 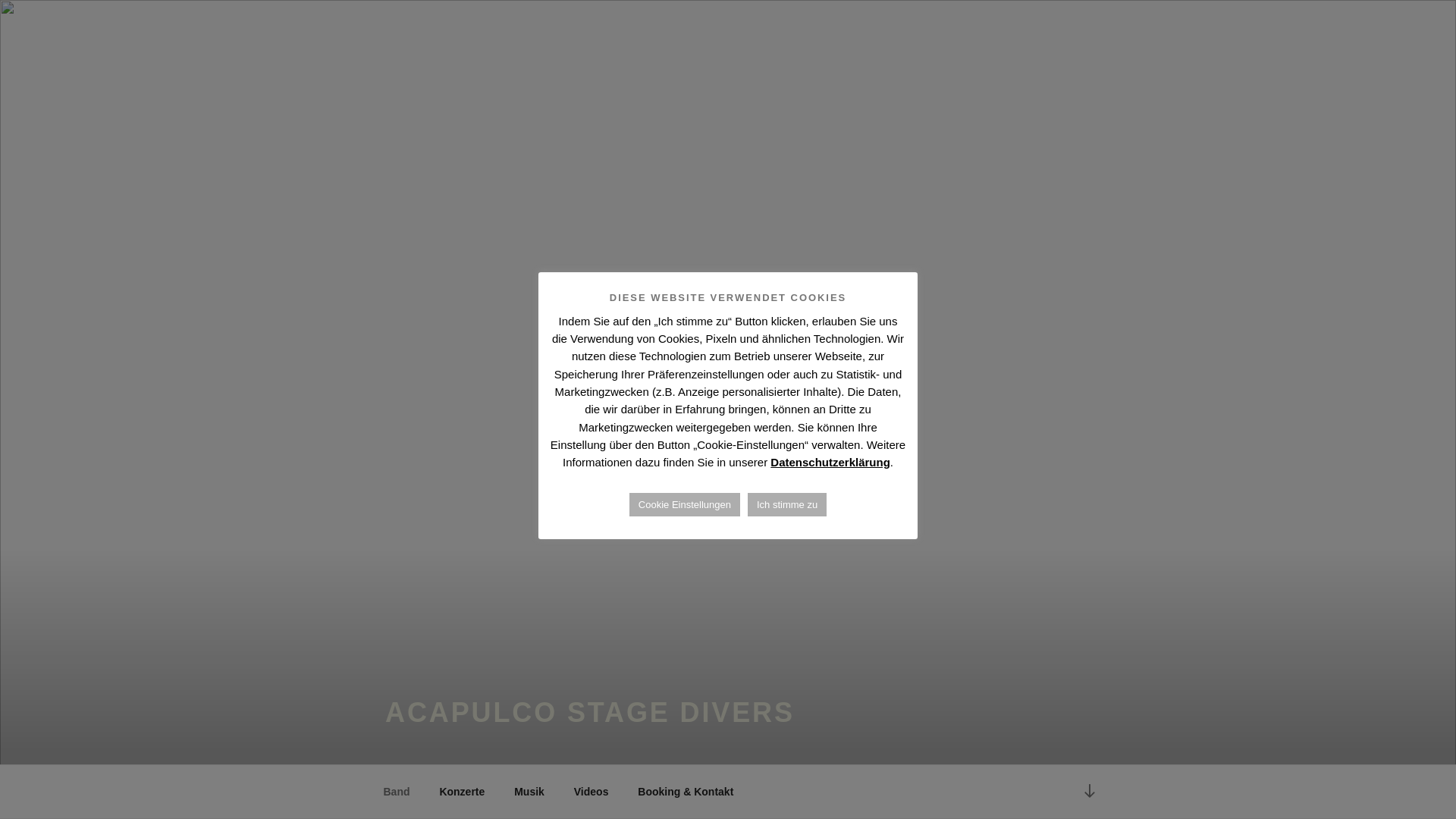 What do you see at coordinates (1088, 790) in the screenshot?
I see `'Zum Inhalt nach unten scrollen'` at bounding box center [1088, 790].